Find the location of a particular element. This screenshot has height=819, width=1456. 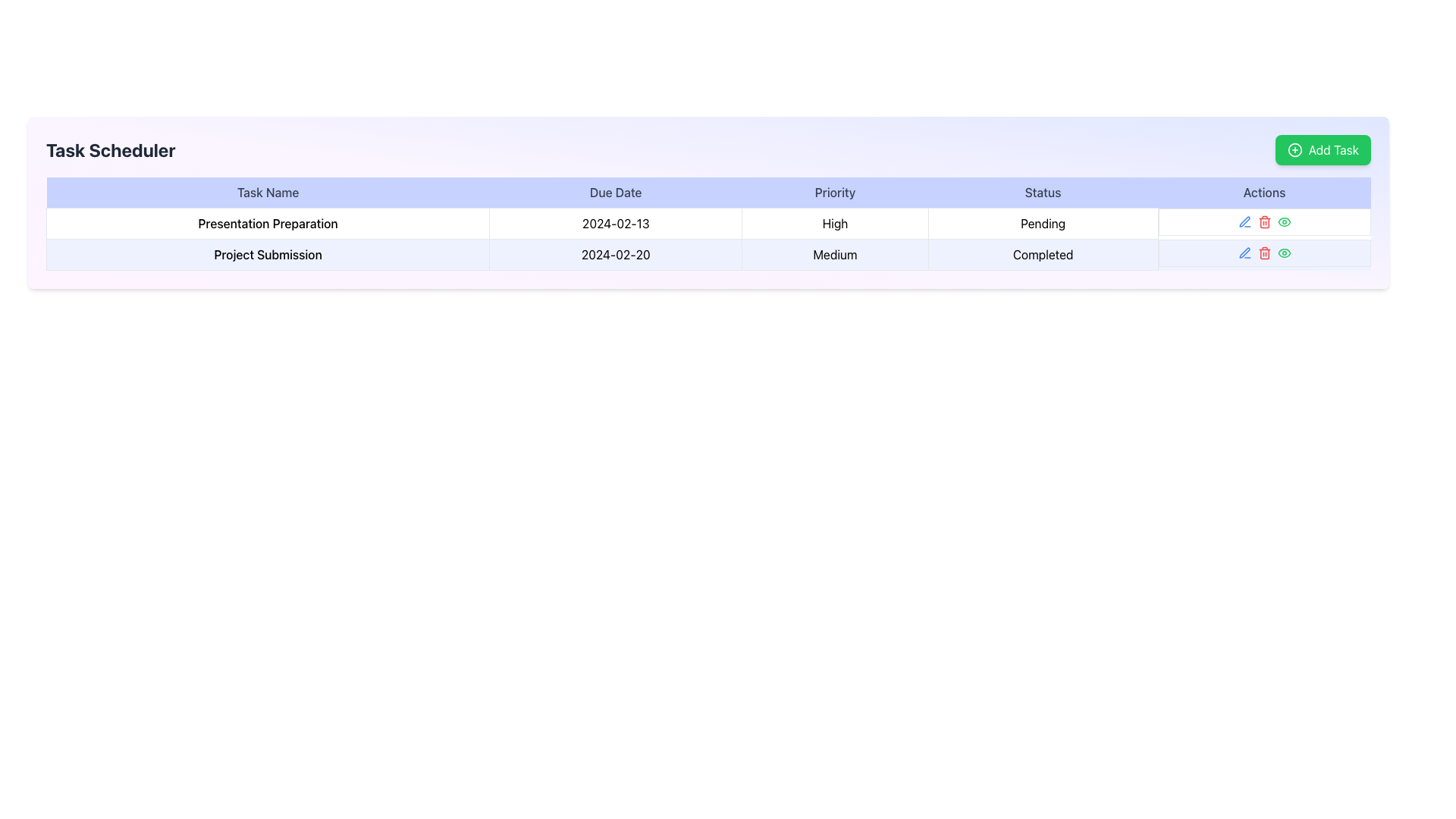

the icon within the 'Add Task' button located in the upper-right corner above the task table is located at coordinates (1294, 149).